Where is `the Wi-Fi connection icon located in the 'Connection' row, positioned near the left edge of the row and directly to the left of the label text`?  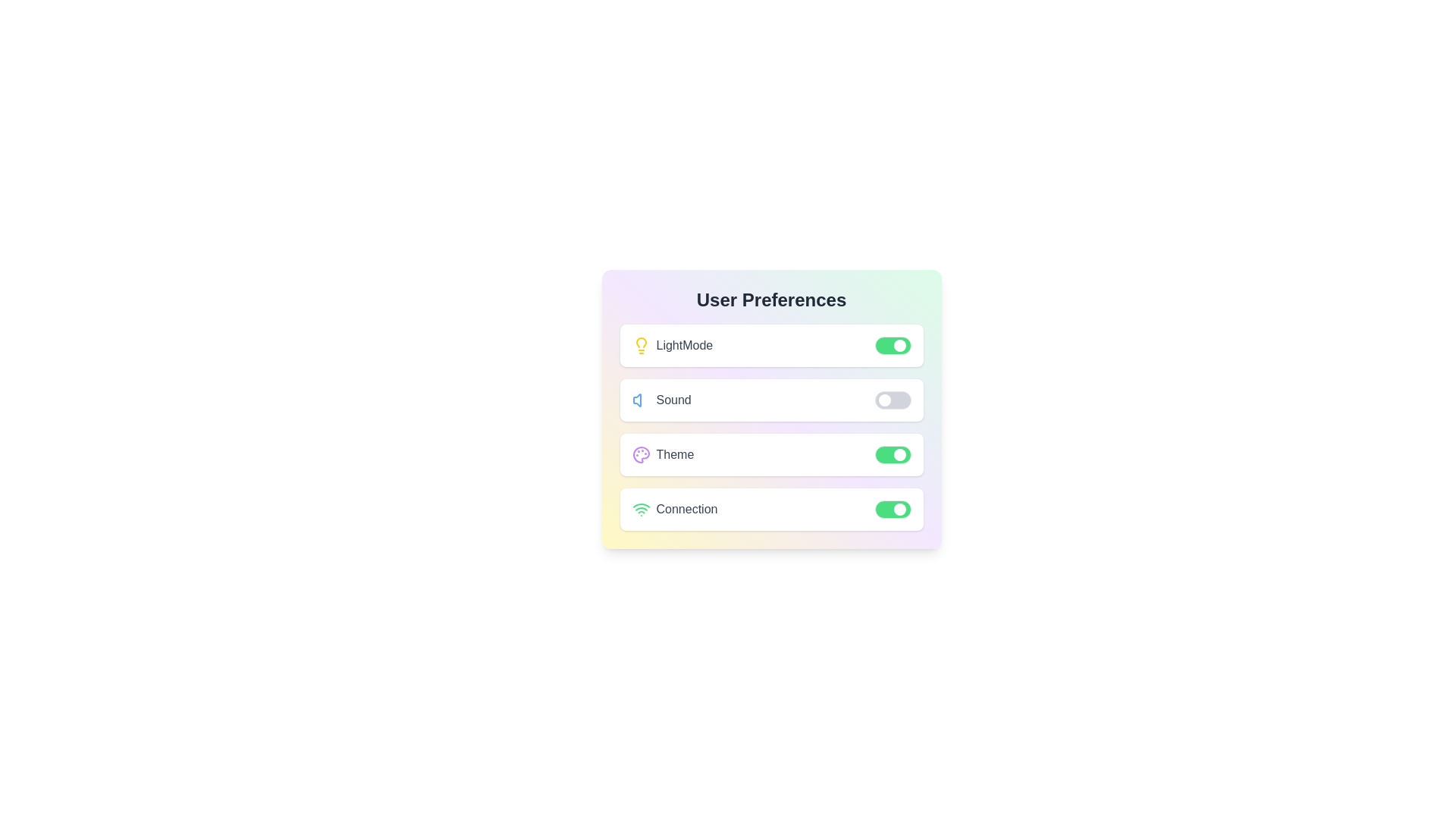 the Wi-Fi connection icon located in the 'Connection' row, positioned near the left edge of the row and directly to the left of the label text is located at coordinates (641, 509).